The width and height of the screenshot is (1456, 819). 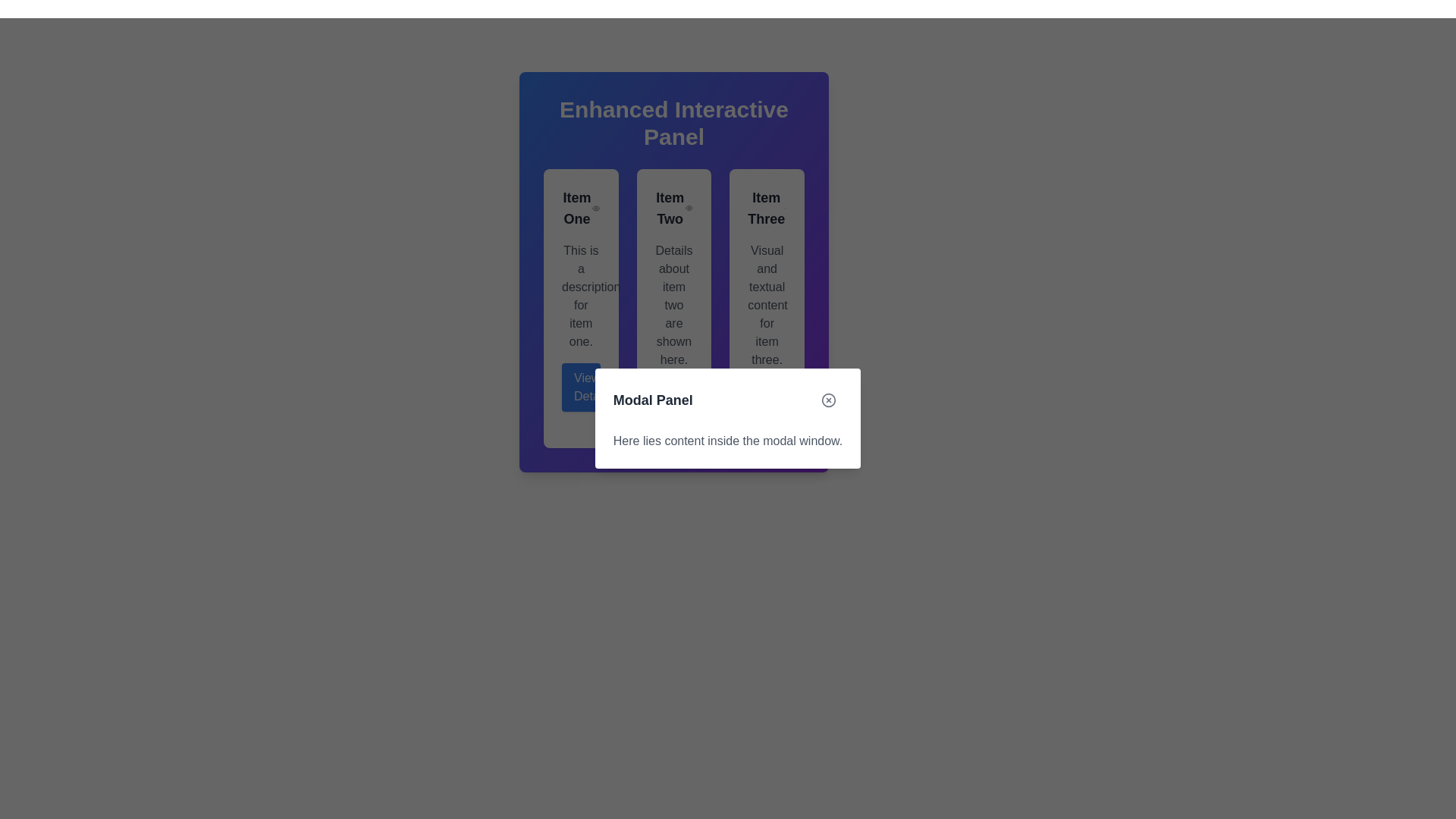 I want to click on the static text block that reads 'This is a description for item one.' which is positioned below the title 'Item One' and above the 'View Details' button, so click(x=580, y=296).